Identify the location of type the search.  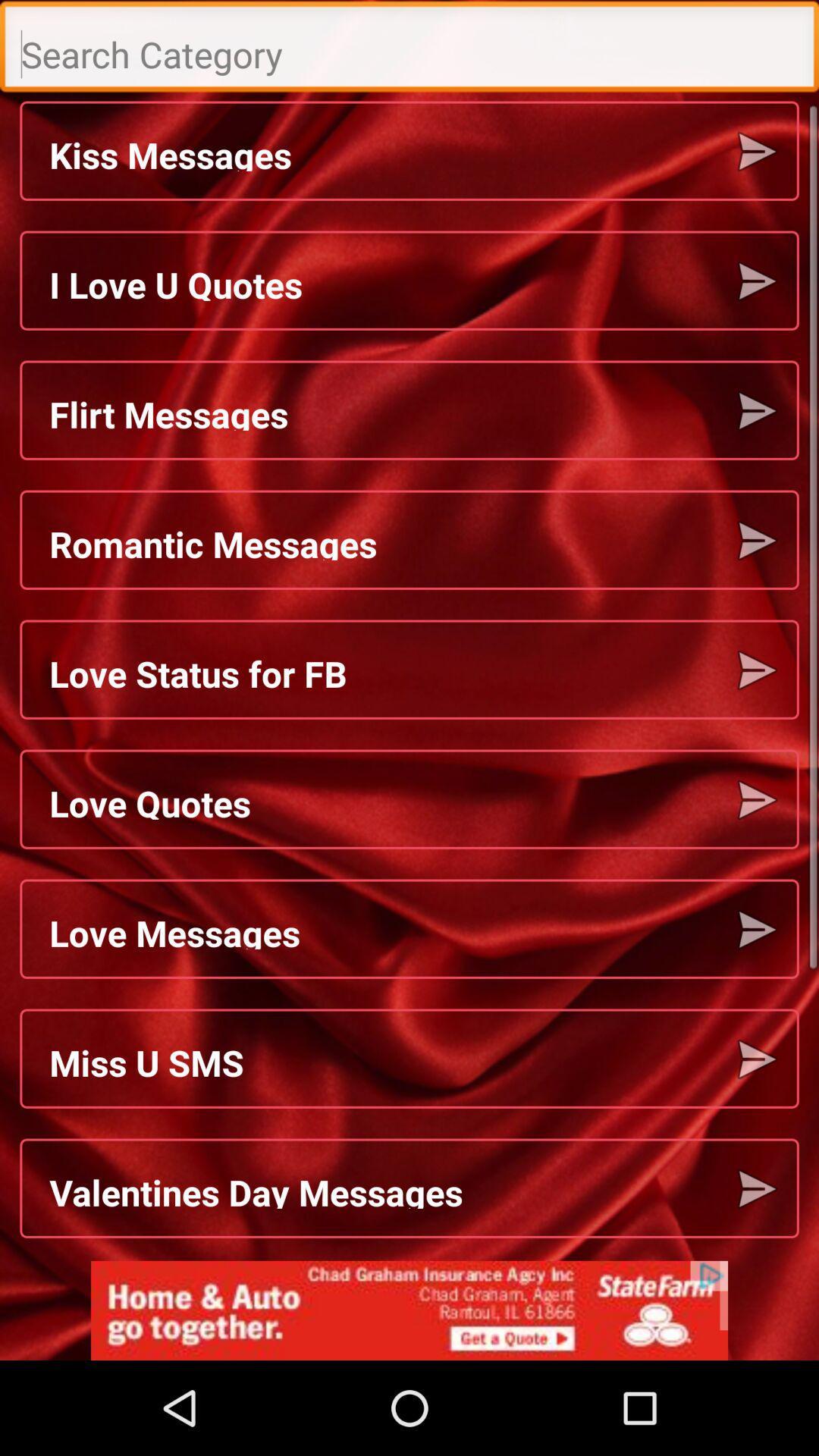
(409, 50).